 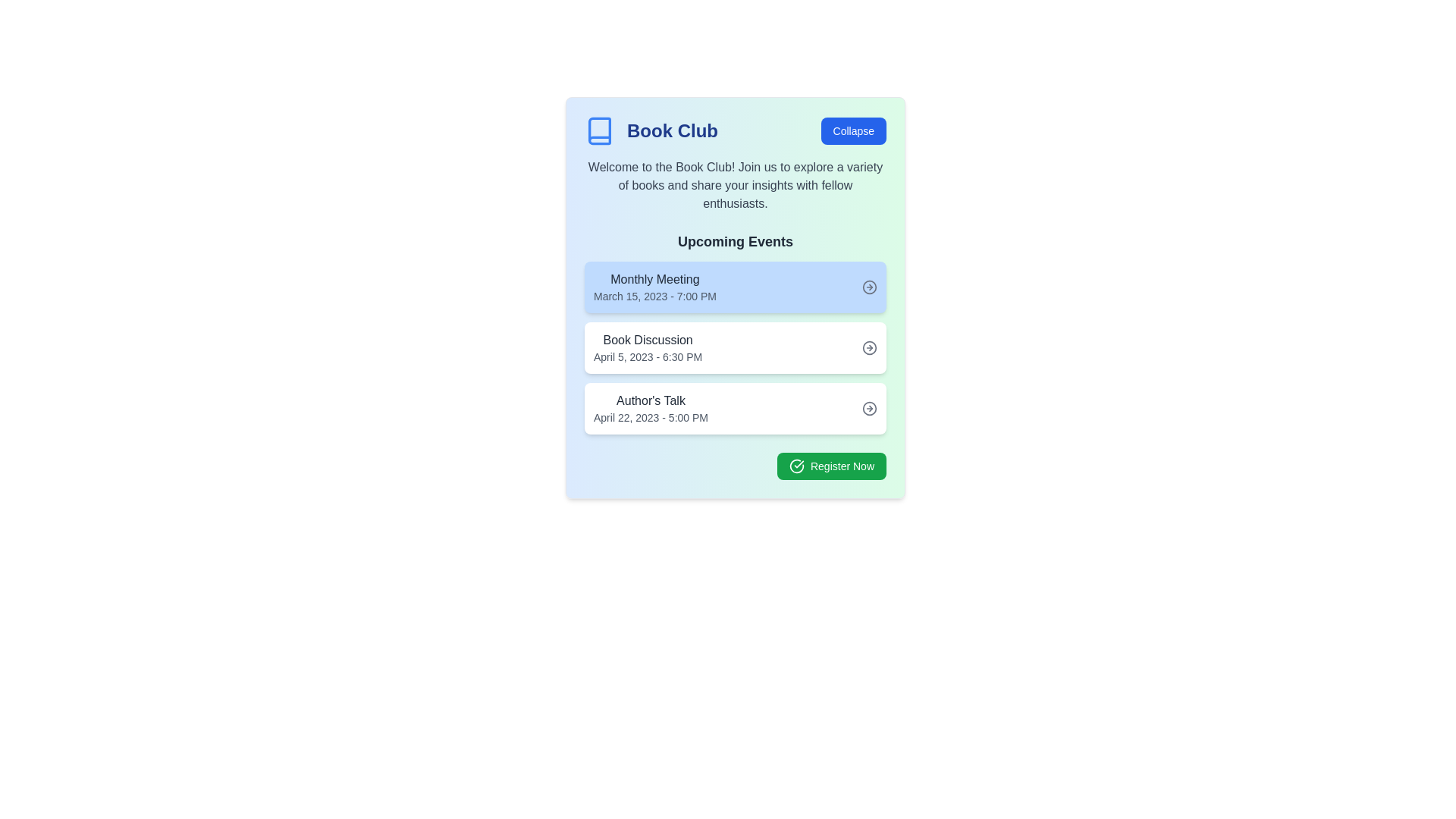 I want to click on the collapse button located at the top right of the 'Book Club' section, so click(x=853, y=130).